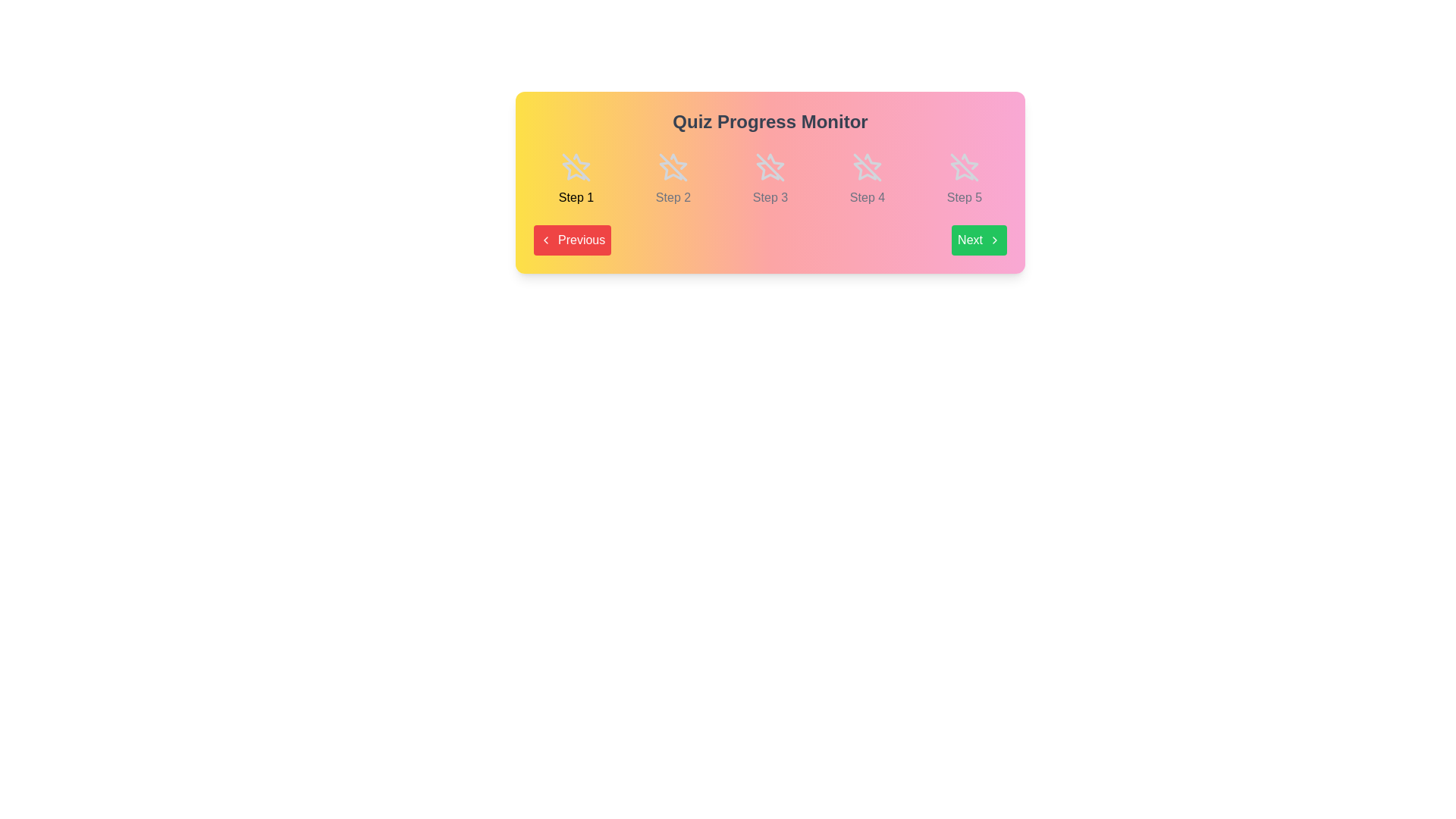 This screenshot has height=819, width=1456. What do you see at coordinates (867, 178) in the screenshot?
I see `the inactive 'Step 4' indicator, which consists of an icon and text in a horizontally aligned list of steps` at bounding box center [867, 178].